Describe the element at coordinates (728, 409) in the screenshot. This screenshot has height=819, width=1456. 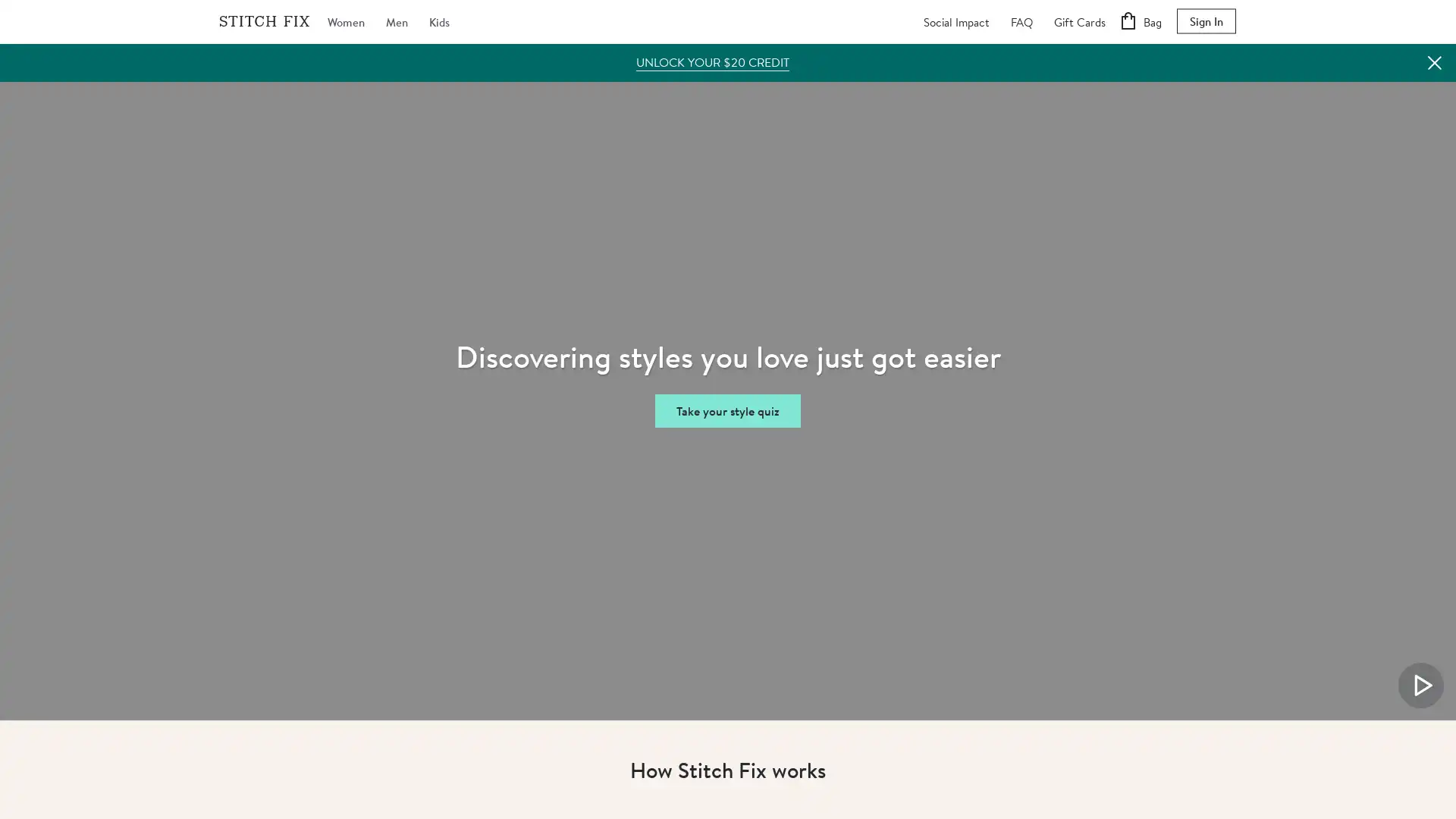
I see `Take your style quiz` at that location.